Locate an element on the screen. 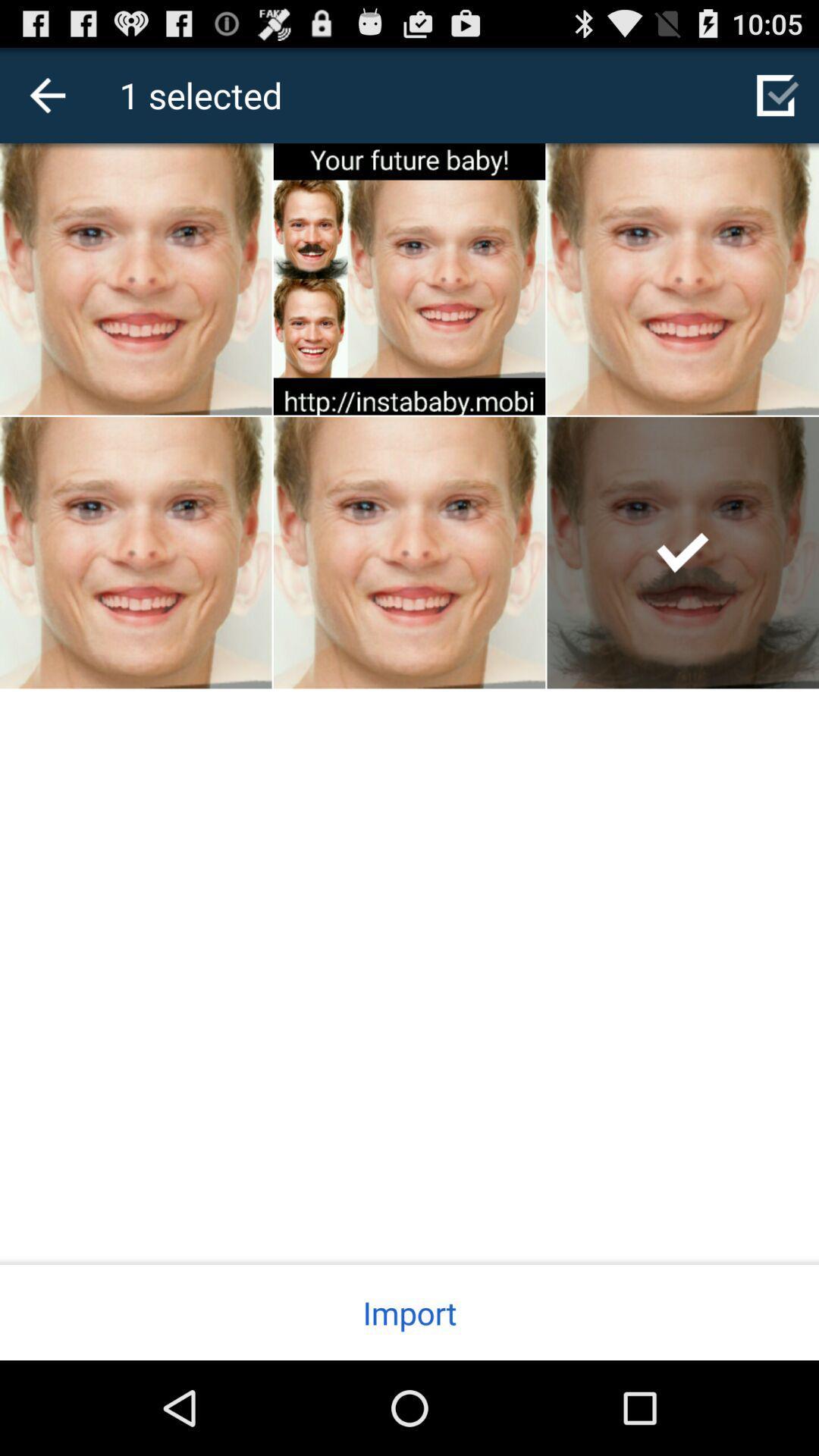  the image frist column second image is located at coordinates (409, 279).